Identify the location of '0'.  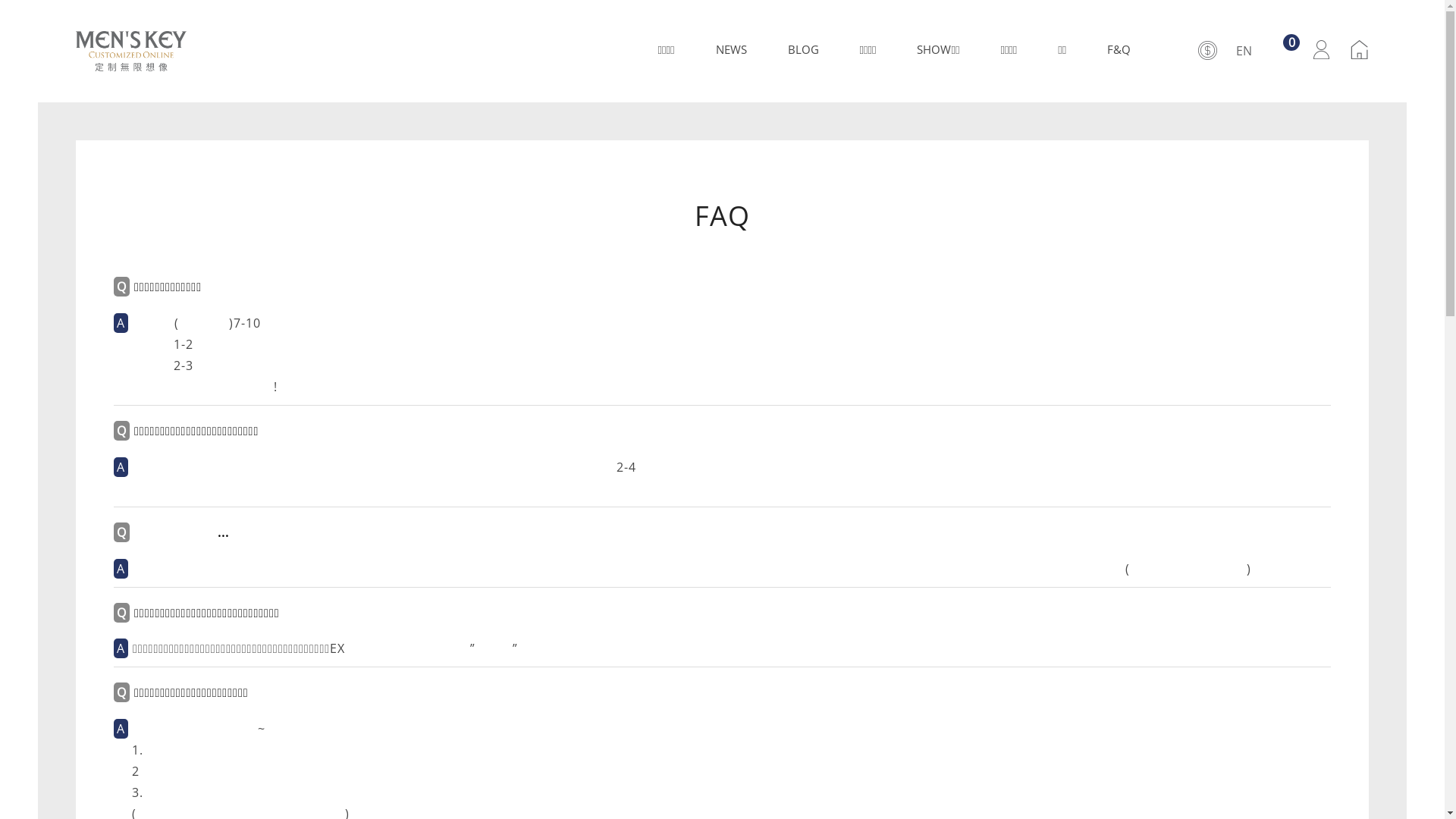
(1282, 49).